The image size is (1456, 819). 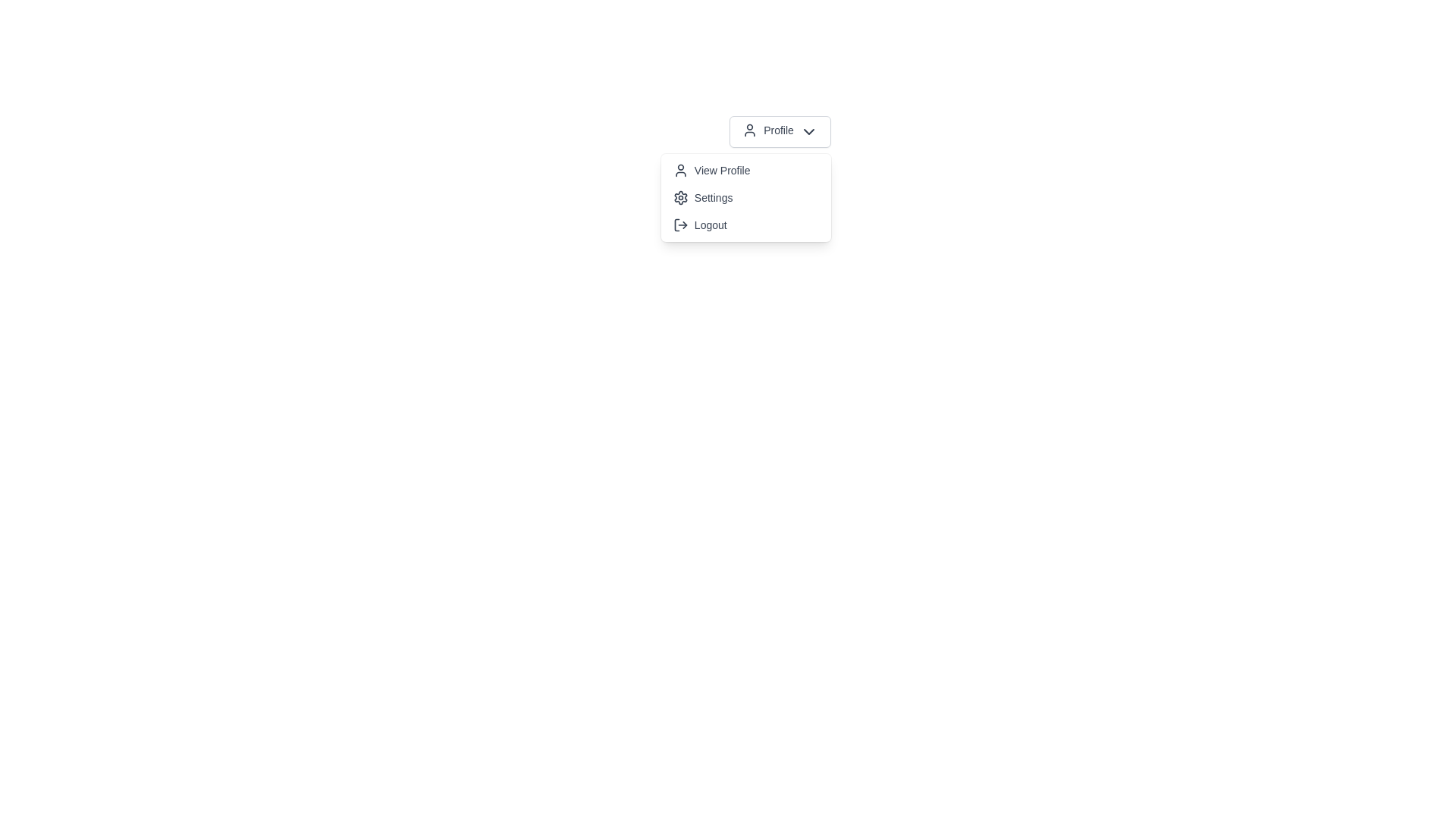 I want to click on the user profile icon located to the left of the 'View Profile' text in the dropdown menu under the 'Profile' menu button, so click(x=679, y=170).